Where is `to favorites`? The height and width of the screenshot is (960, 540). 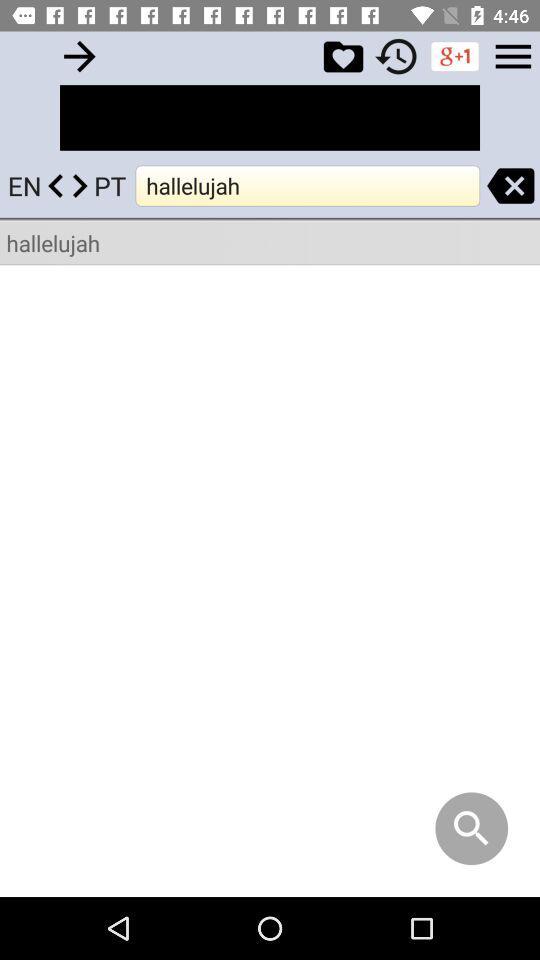
to favorites is located at coordinates (342, 55).